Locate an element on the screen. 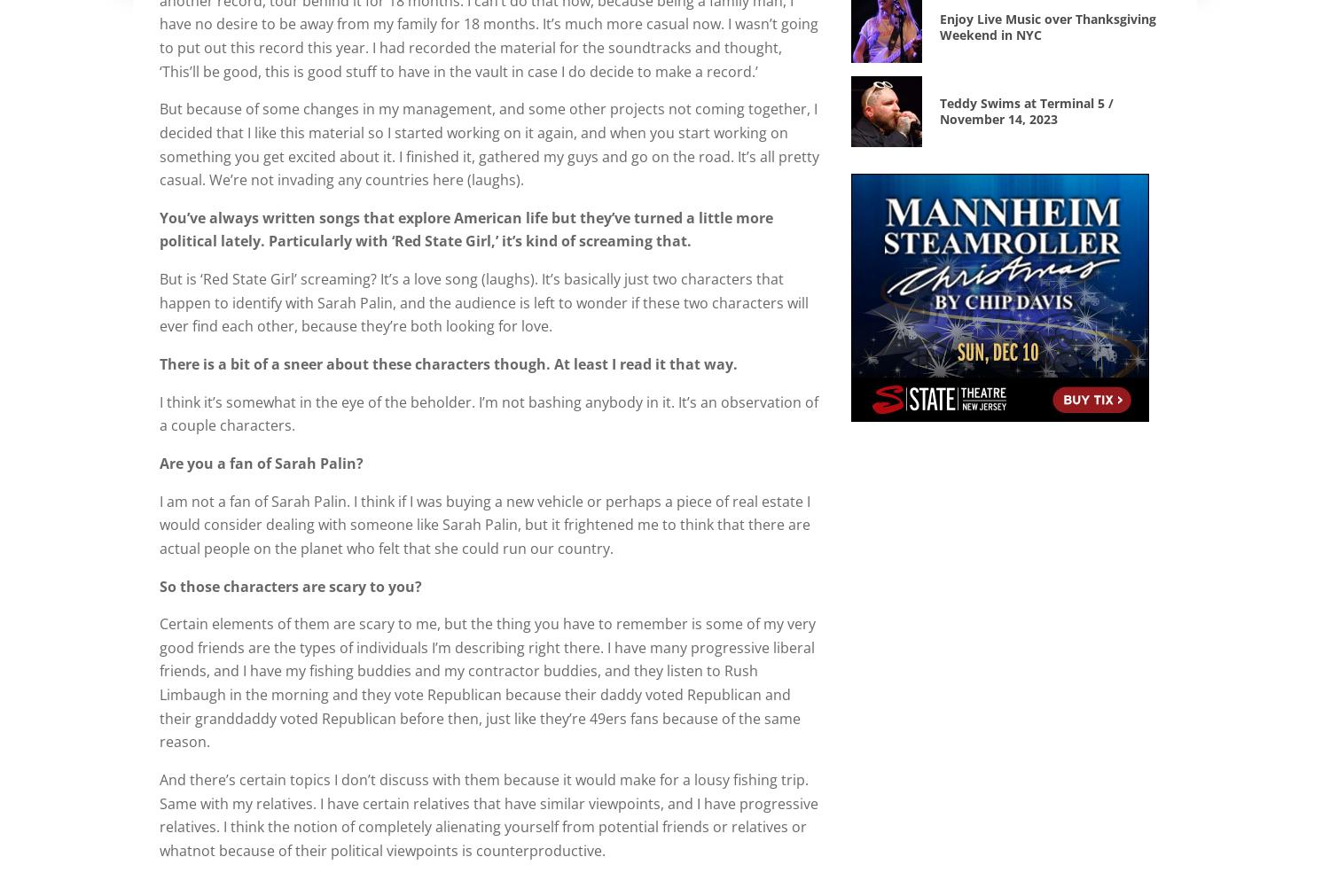 This screenshot has width=1330, height=896. 'Are you a fan of Sarah Palin?' is located at coordinates (160, 462).